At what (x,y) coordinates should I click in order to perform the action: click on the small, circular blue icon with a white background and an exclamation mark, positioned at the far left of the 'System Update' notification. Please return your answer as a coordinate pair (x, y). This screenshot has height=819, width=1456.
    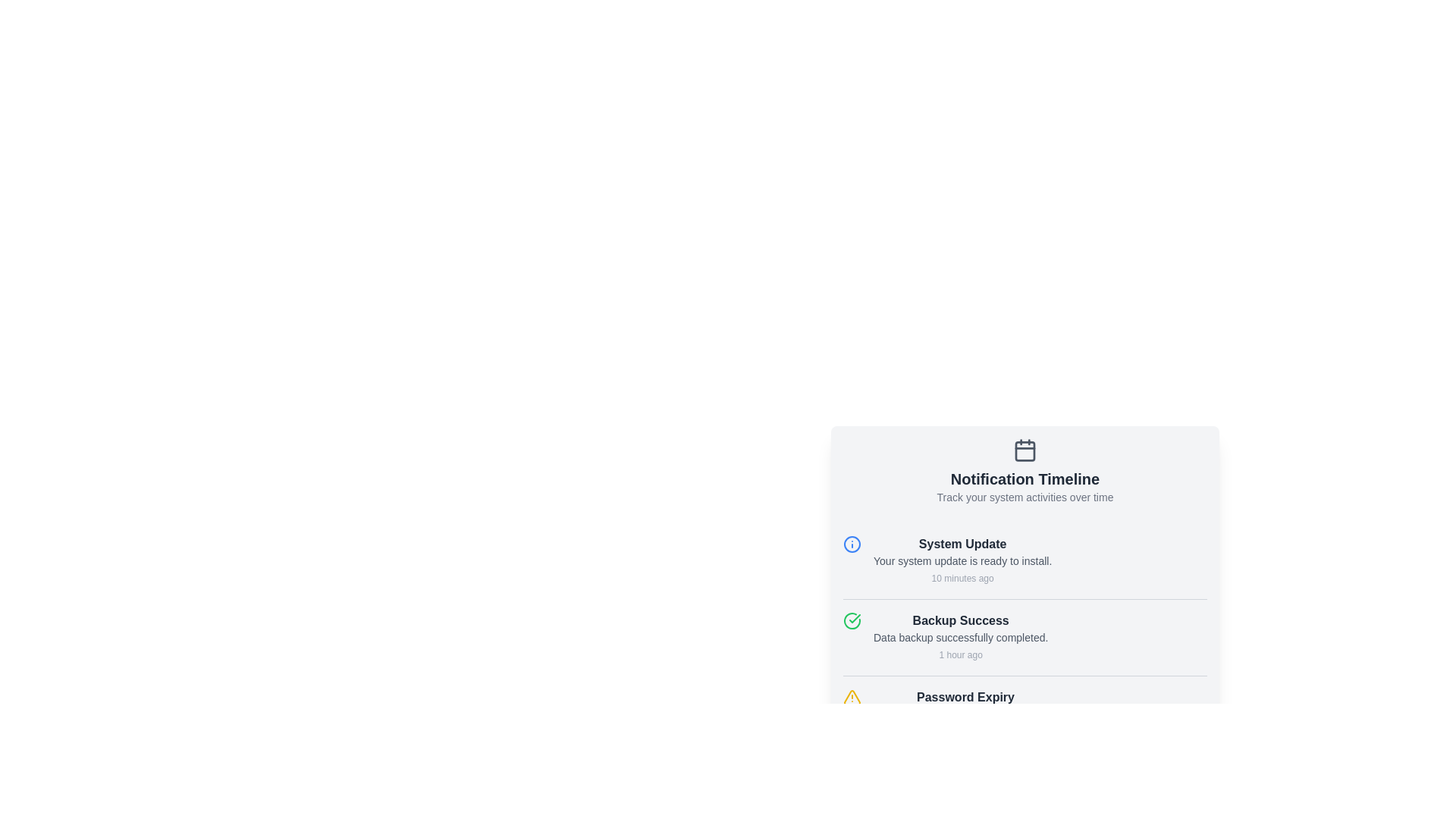
    Looking at the image, I should click on (852, 543).